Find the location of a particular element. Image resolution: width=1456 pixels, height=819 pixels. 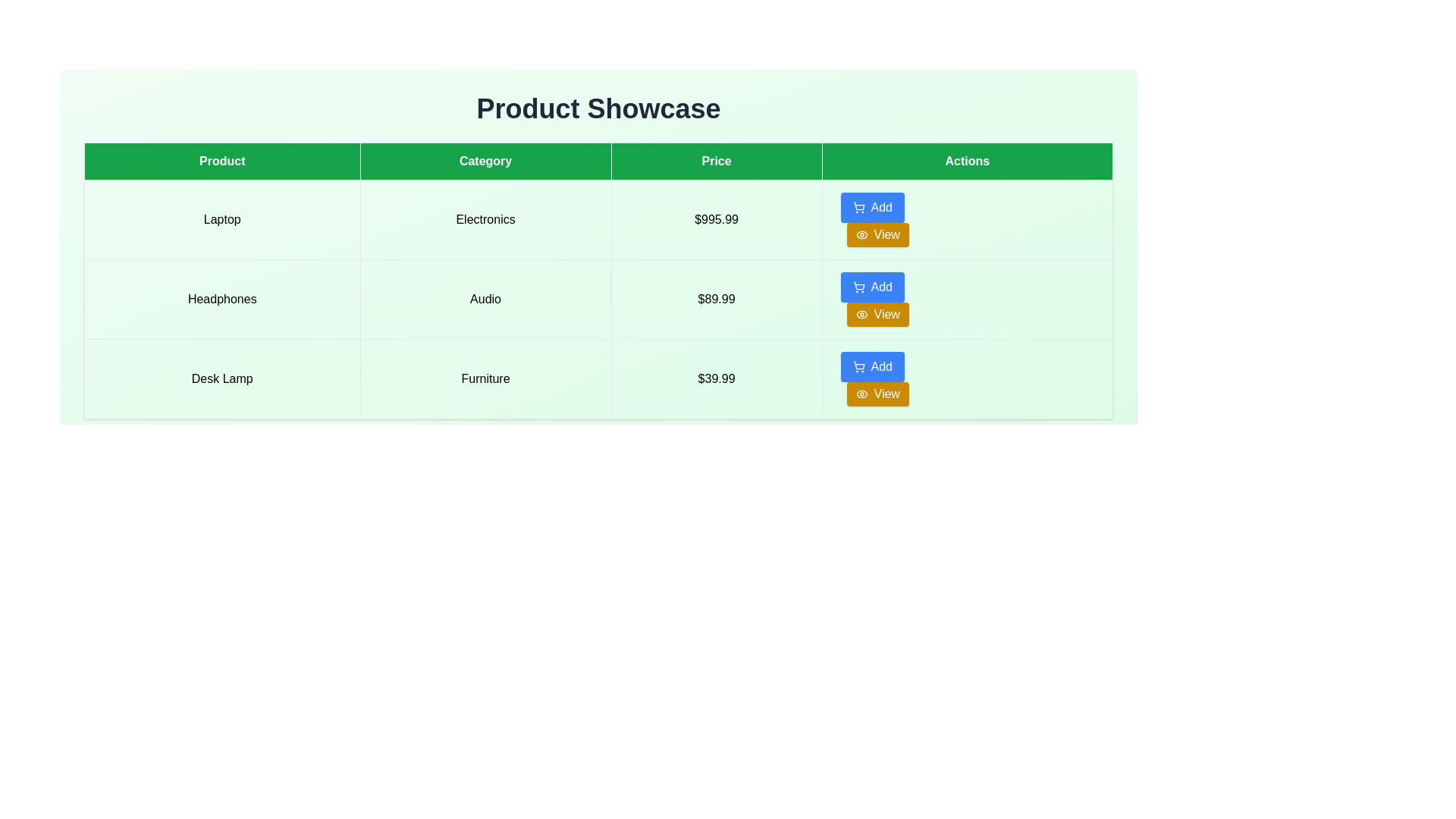

the green rectangular table header labeled 'Actions', which is the last header in the row of table headers is located at coordinates (966, 161).